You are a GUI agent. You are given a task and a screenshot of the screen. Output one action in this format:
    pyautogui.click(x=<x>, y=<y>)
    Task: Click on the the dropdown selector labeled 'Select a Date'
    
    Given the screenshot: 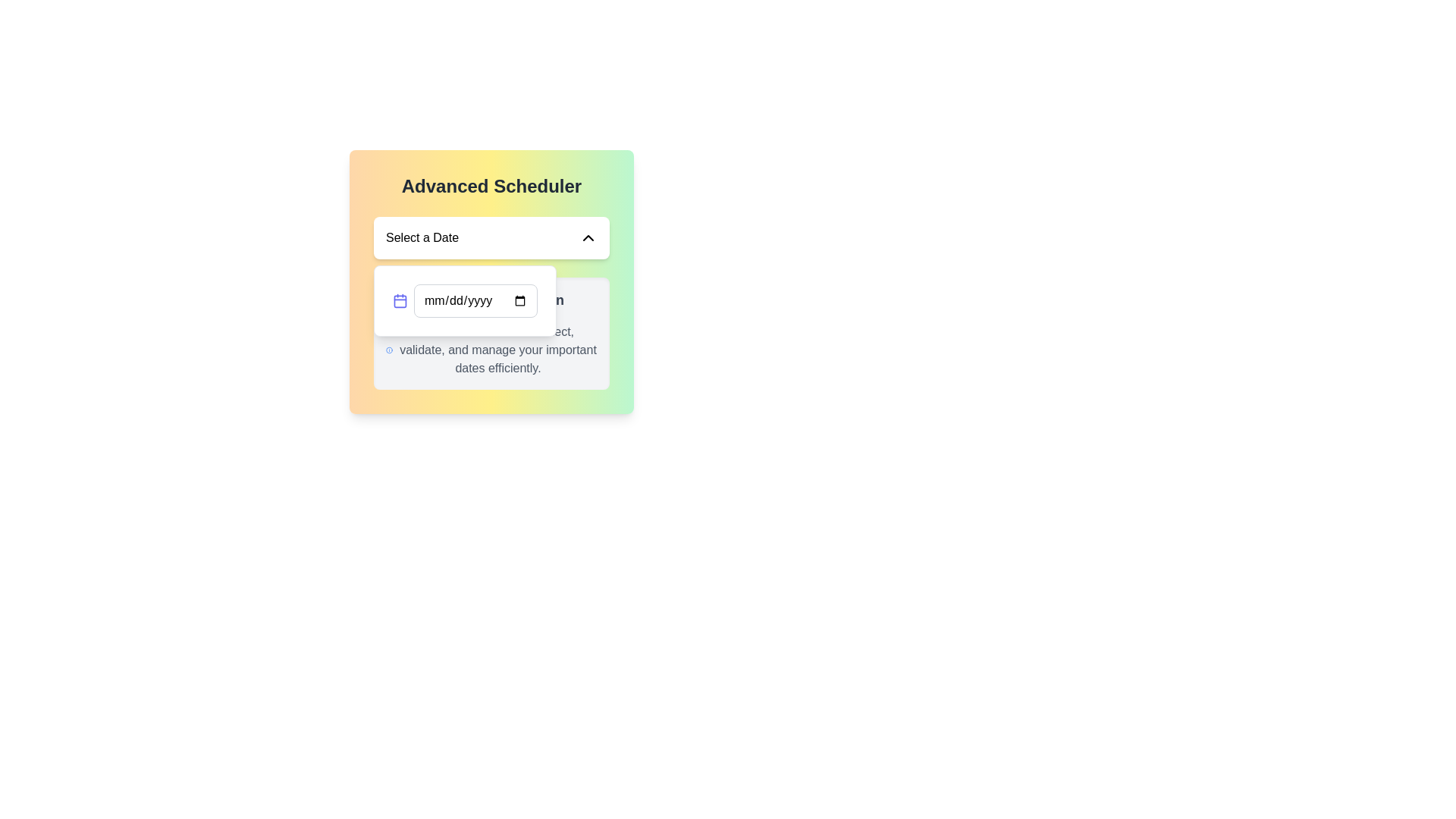 What is the action you would take?
    pyautogui.click(x=491, y=237)
    